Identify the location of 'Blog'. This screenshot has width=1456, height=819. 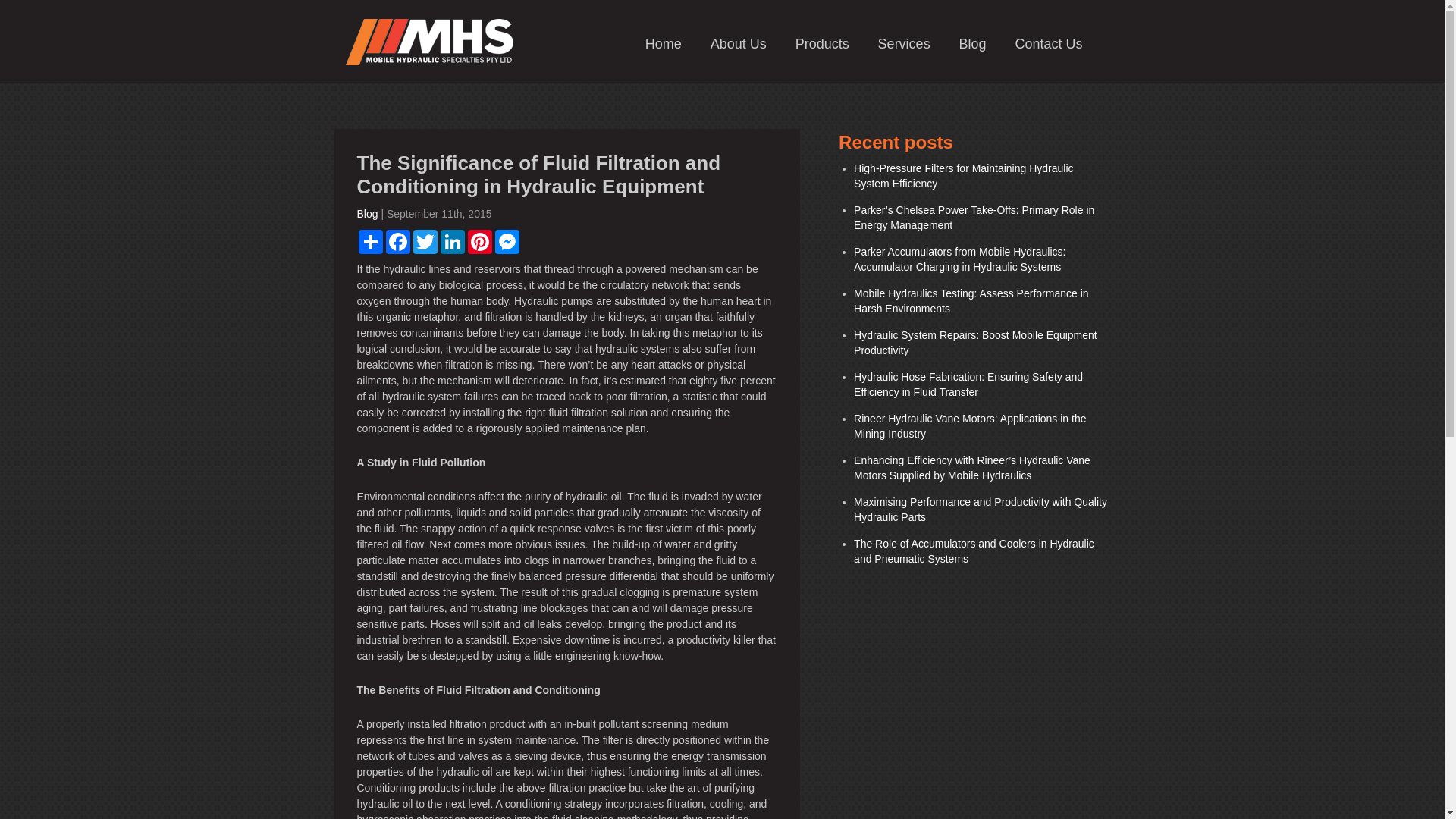
(367, 213).